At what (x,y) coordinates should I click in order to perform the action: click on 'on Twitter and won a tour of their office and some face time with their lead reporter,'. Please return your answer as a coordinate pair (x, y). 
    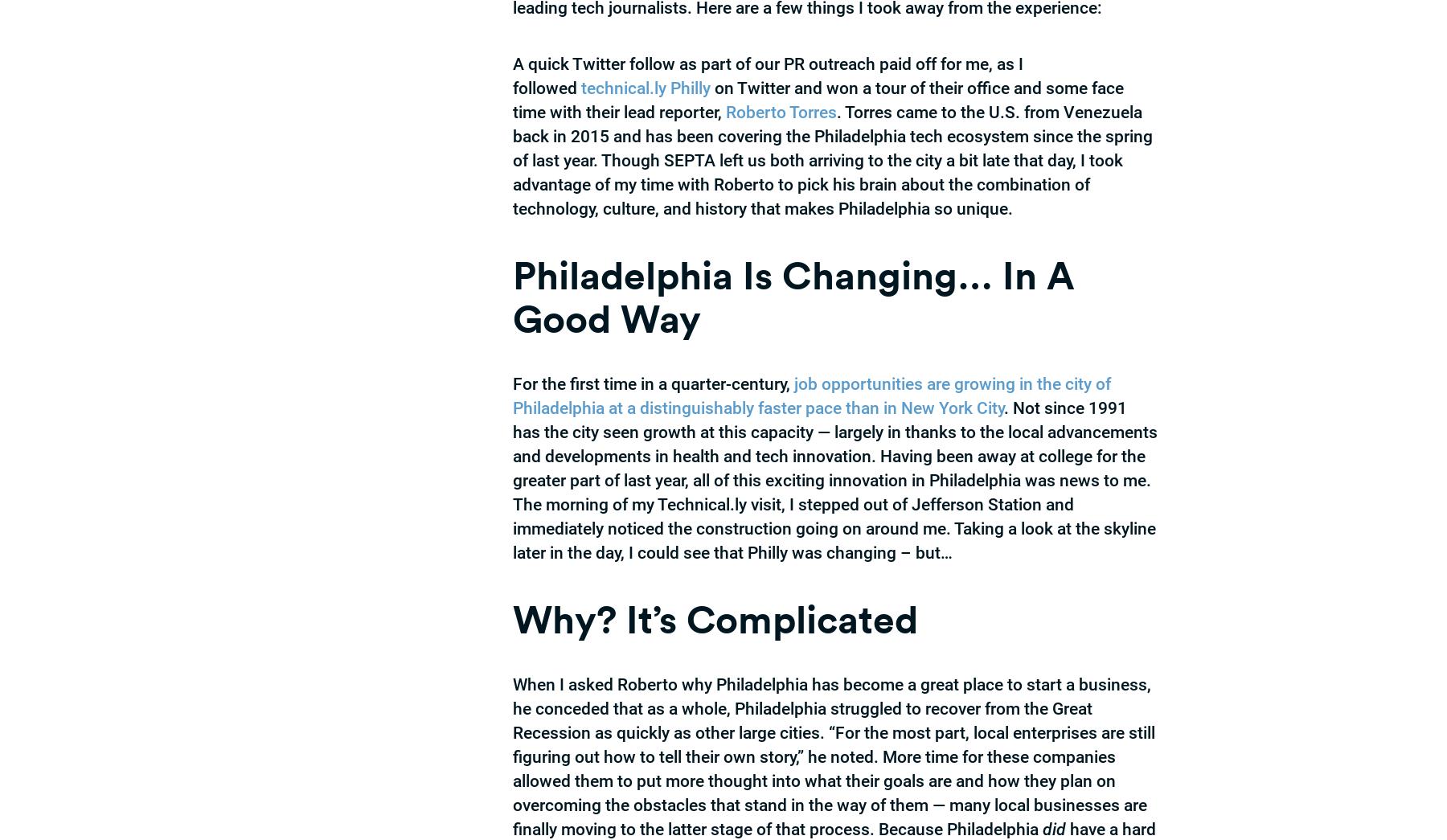
    Looking at the image, I should click on (512, 99).